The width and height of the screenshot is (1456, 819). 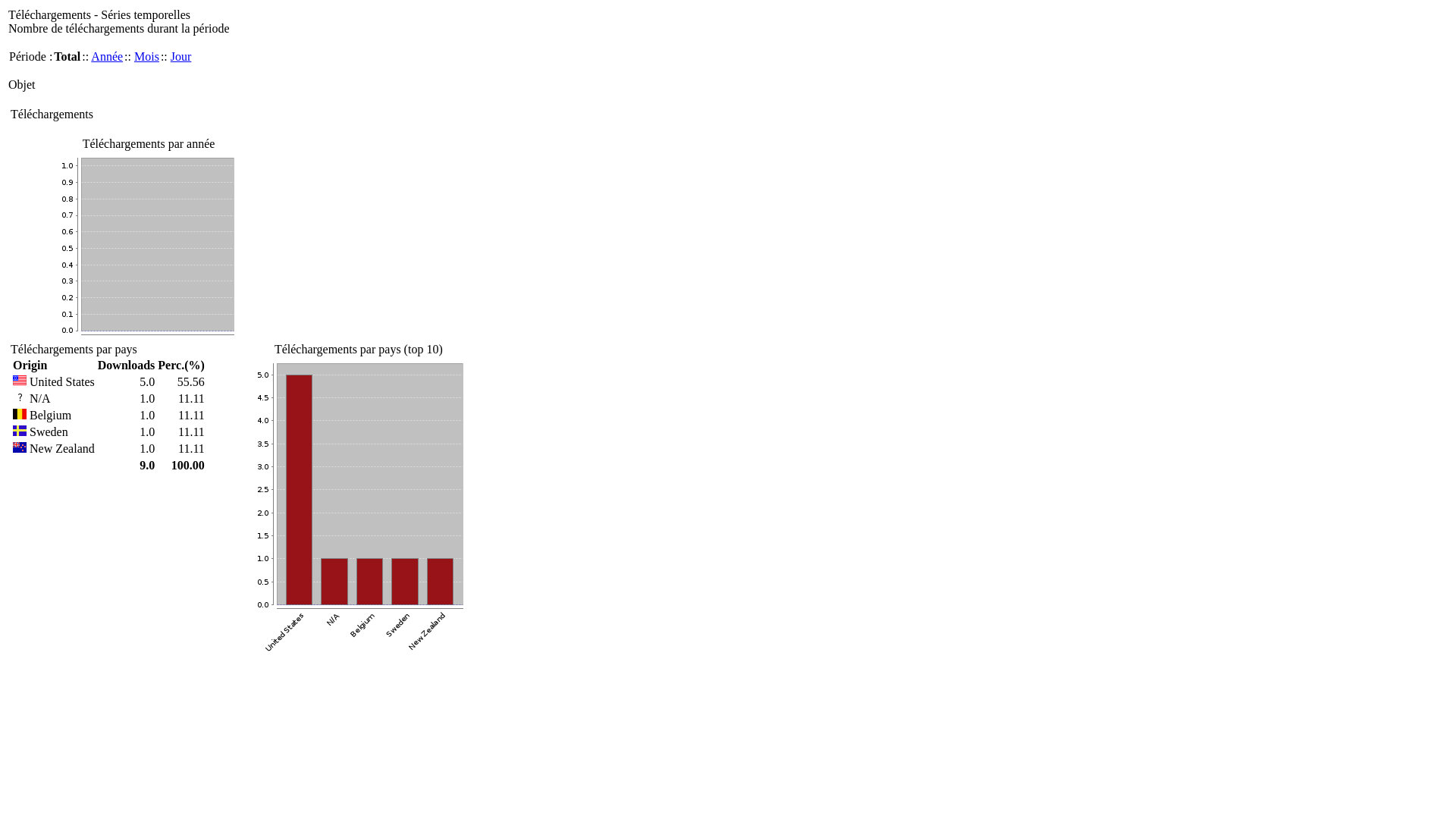 I want to click on 'Mois', so click(x=146, y=55).